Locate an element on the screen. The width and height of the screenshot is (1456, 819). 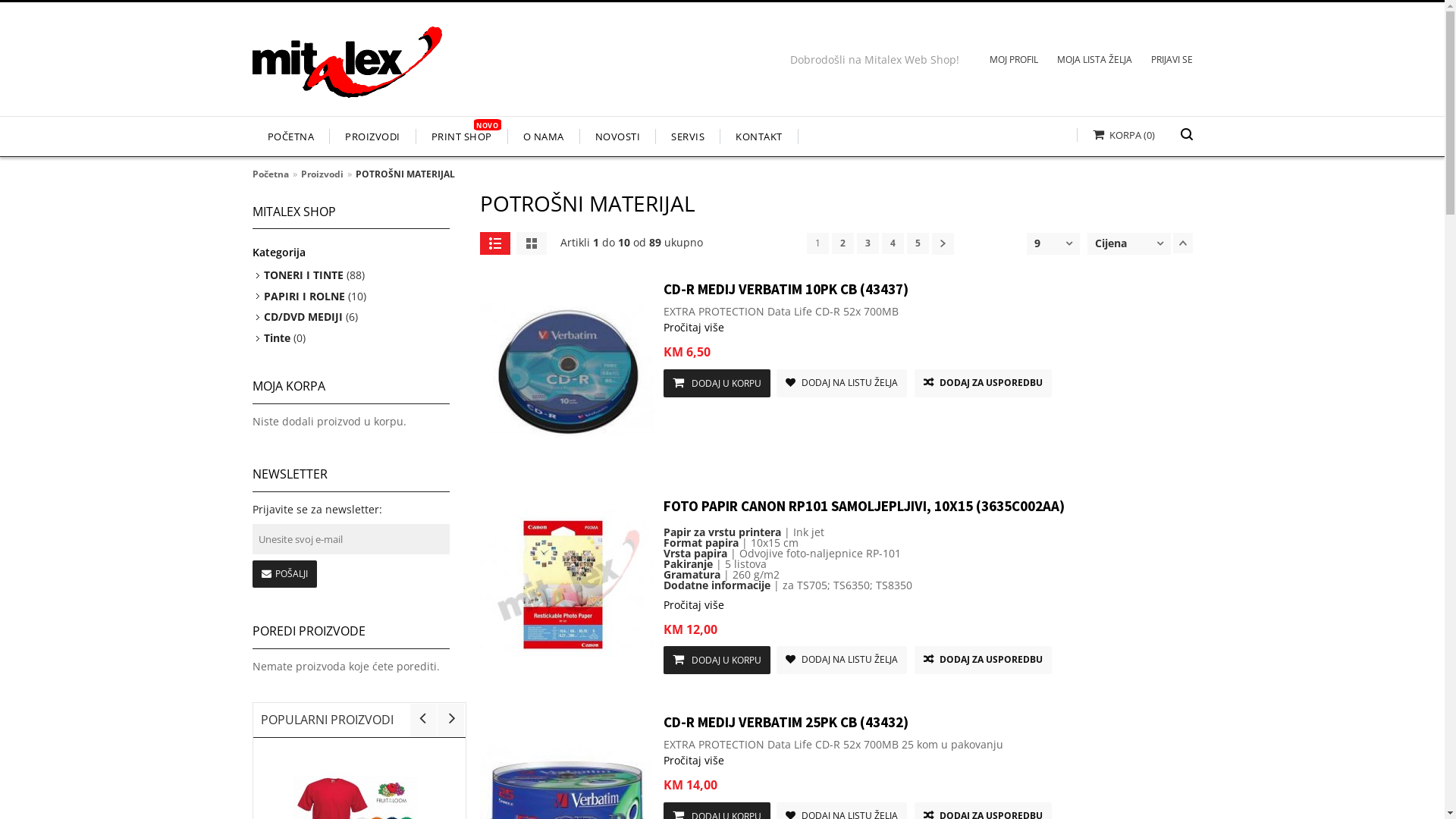
'O NAMA' is located at coordinates (544, 136).